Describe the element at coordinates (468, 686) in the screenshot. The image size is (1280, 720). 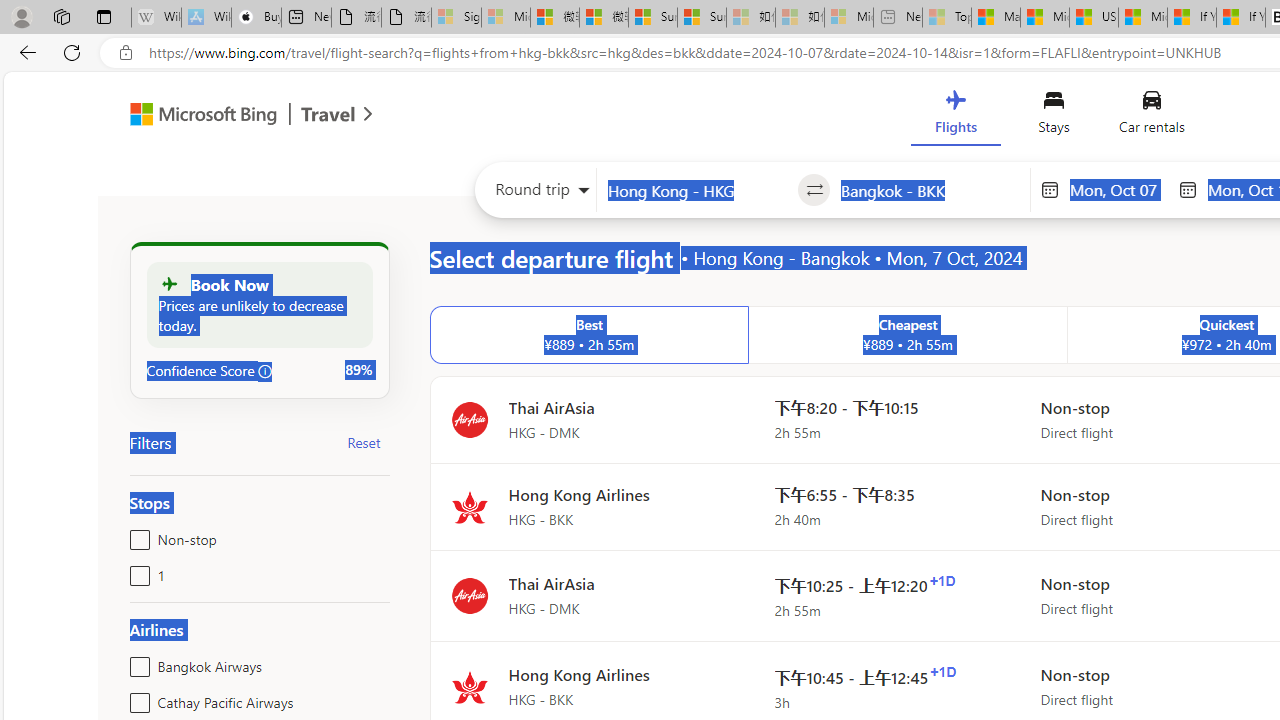
I see `'Flight logo'` at that location.